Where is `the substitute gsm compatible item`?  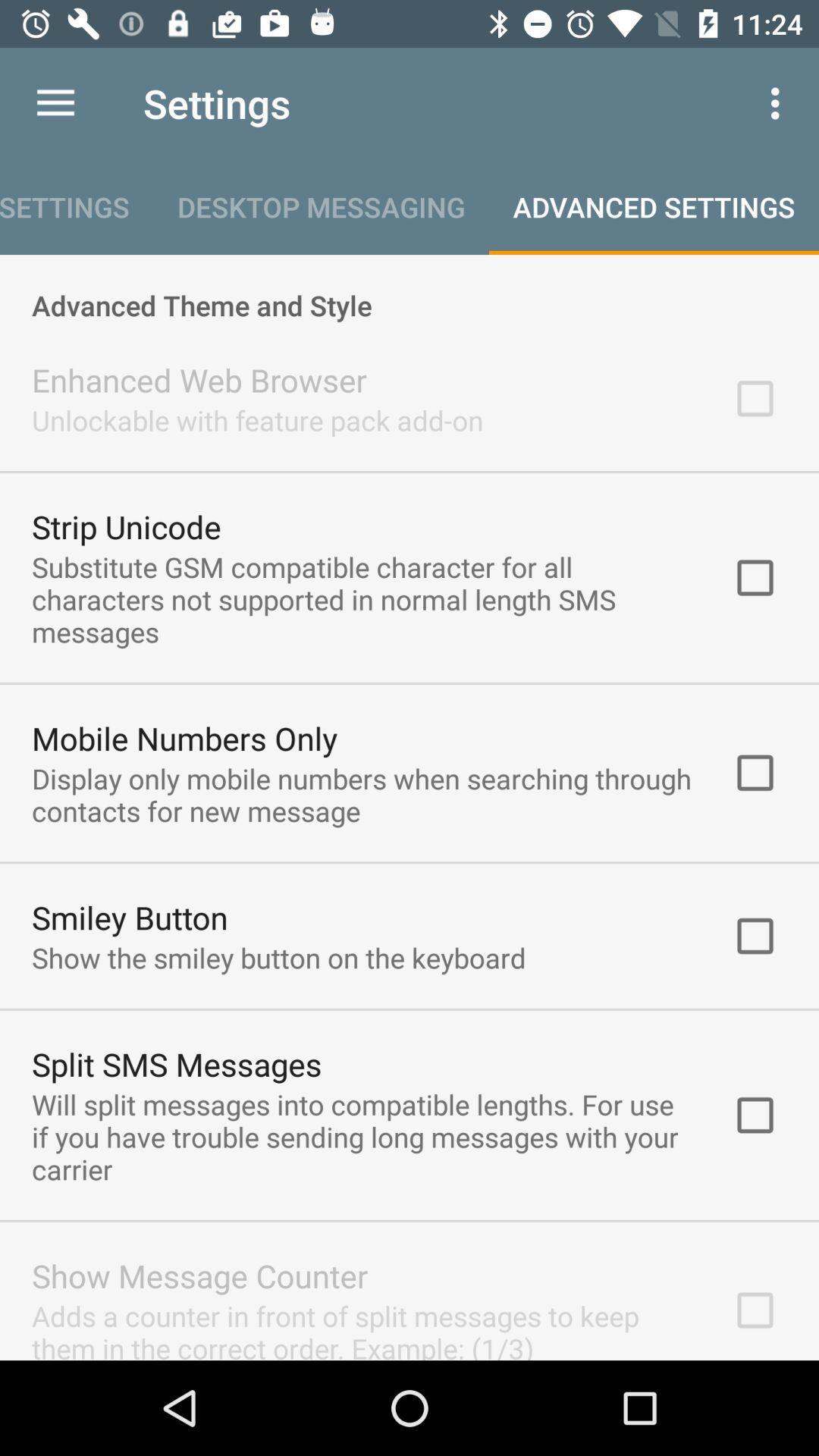
the substitute gsm compatible item is located at coordinates (362, 598).